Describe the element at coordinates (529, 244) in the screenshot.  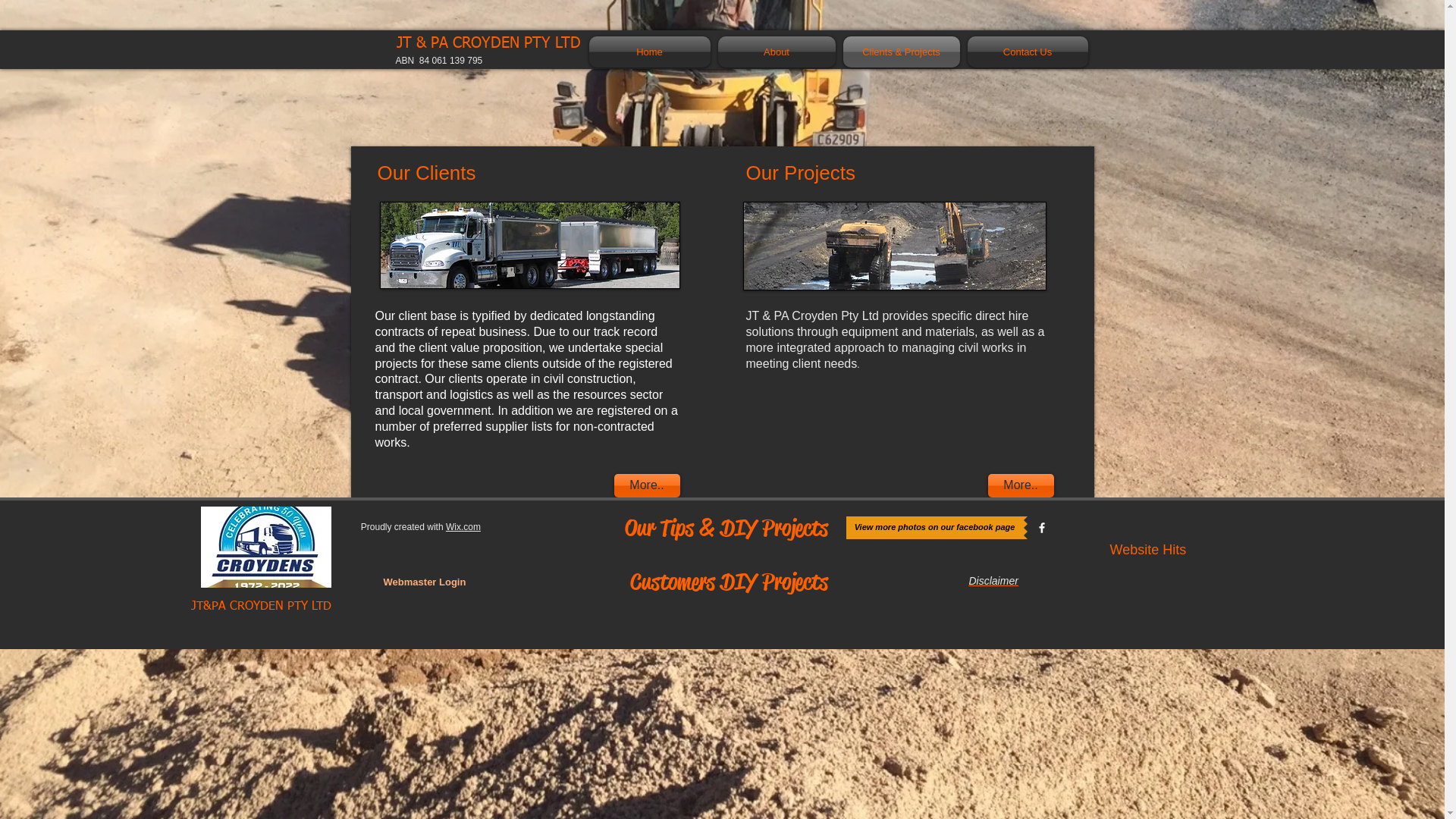
I see `'M36A.JPG'` at that location.